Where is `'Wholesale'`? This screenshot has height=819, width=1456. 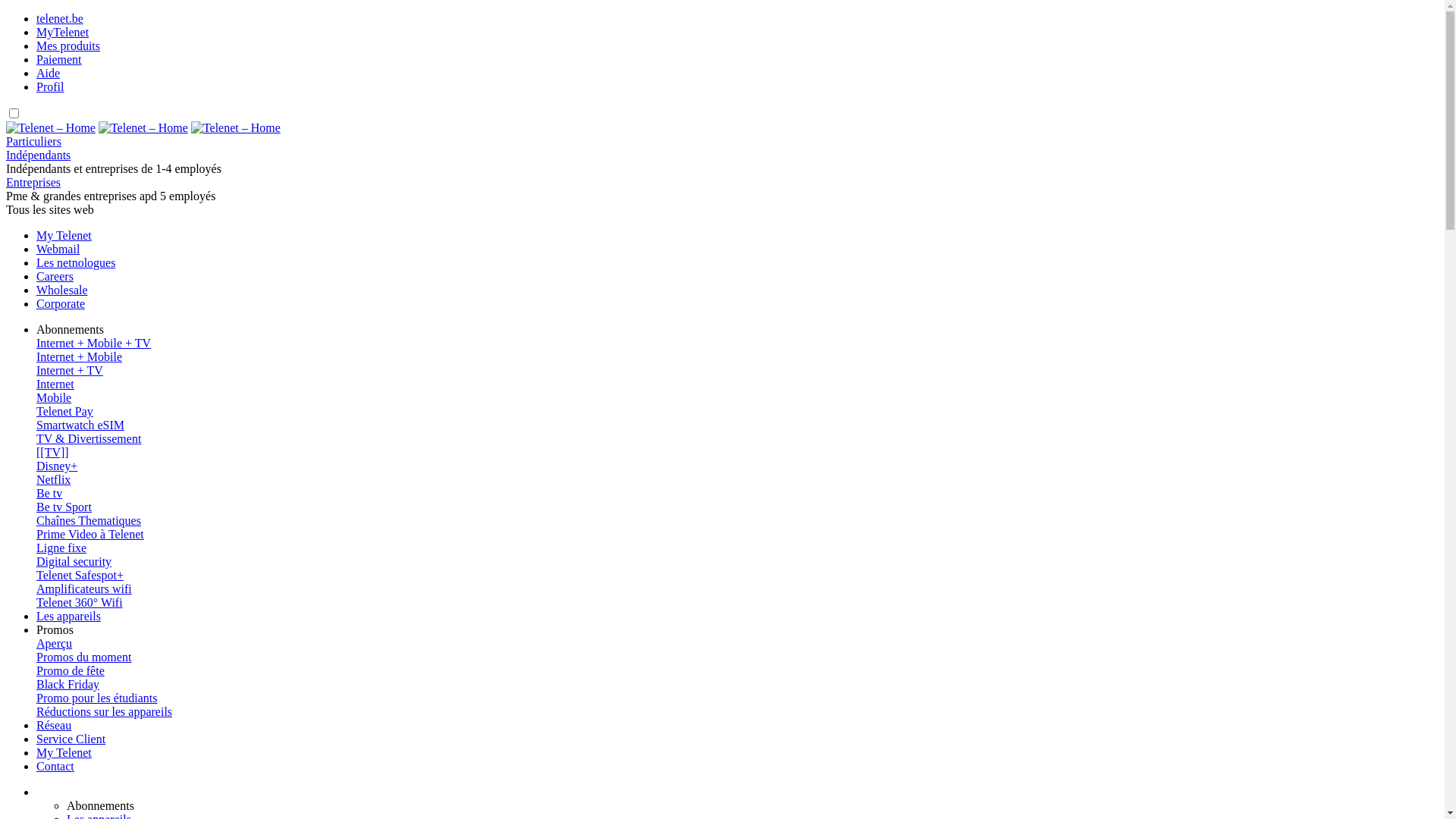 'Wholesale' is located at coordinates (36, 290).